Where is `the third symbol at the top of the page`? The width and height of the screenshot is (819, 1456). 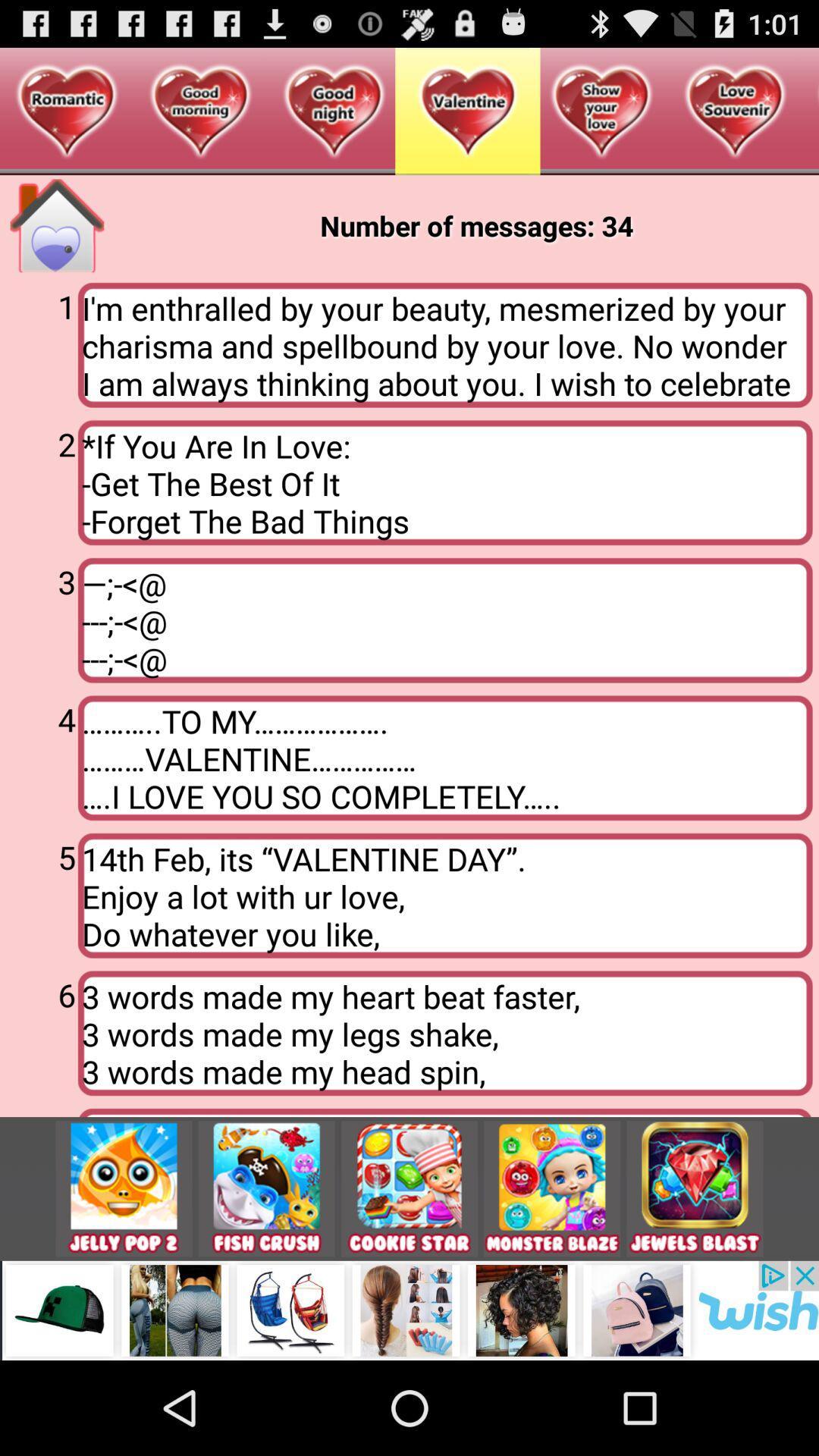 the third symbol at the top of the page is located at coordinates (333, 111).